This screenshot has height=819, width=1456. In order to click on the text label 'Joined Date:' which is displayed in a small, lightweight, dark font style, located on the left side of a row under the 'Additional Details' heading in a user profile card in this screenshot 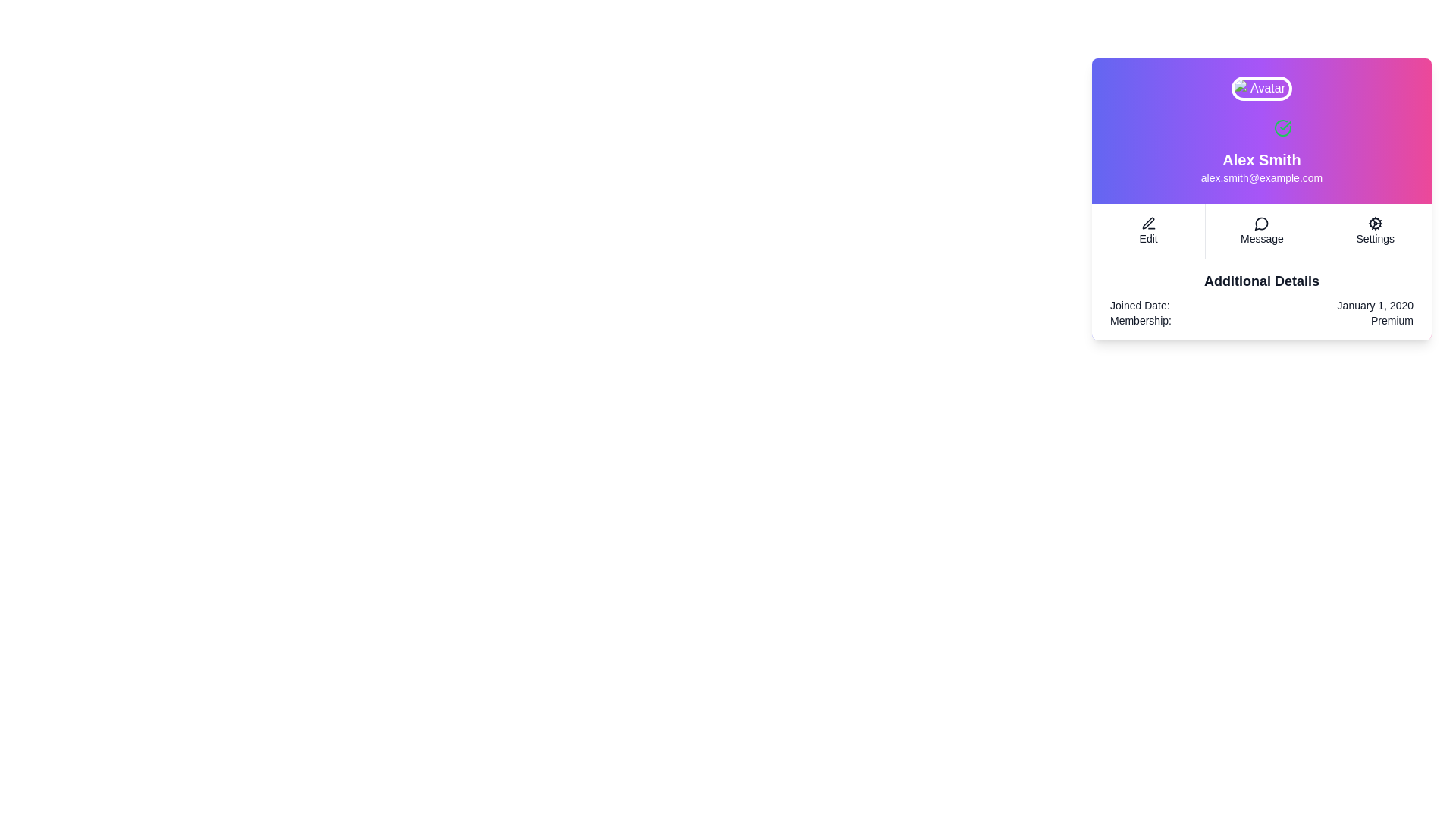, I will do `click(1140, 305)`.